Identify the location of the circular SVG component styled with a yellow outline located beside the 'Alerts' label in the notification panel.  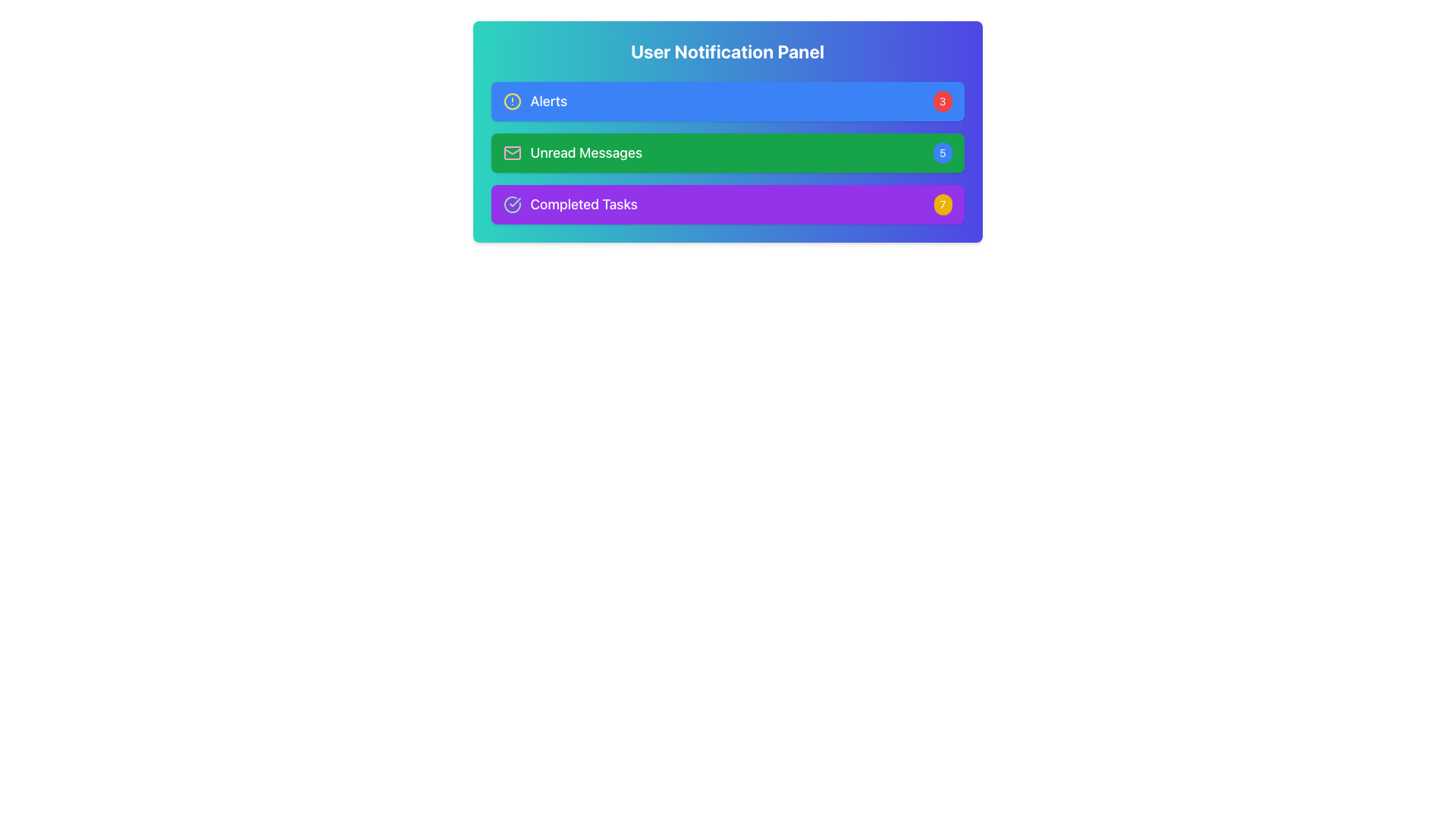
(512, 102).